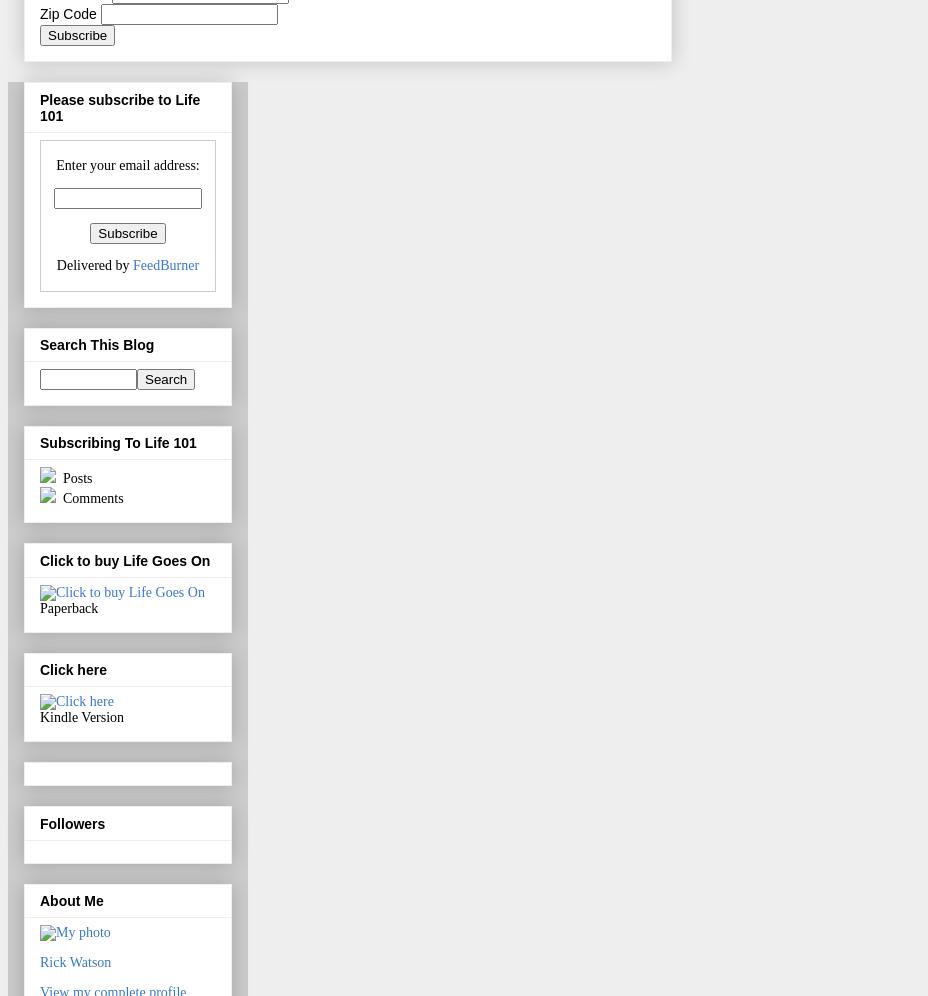 The height and width of the screenshot is (996, 928). Describe the element at coordinates (54, 264) in the screenshot. I see `'Delivered by'` at that location.